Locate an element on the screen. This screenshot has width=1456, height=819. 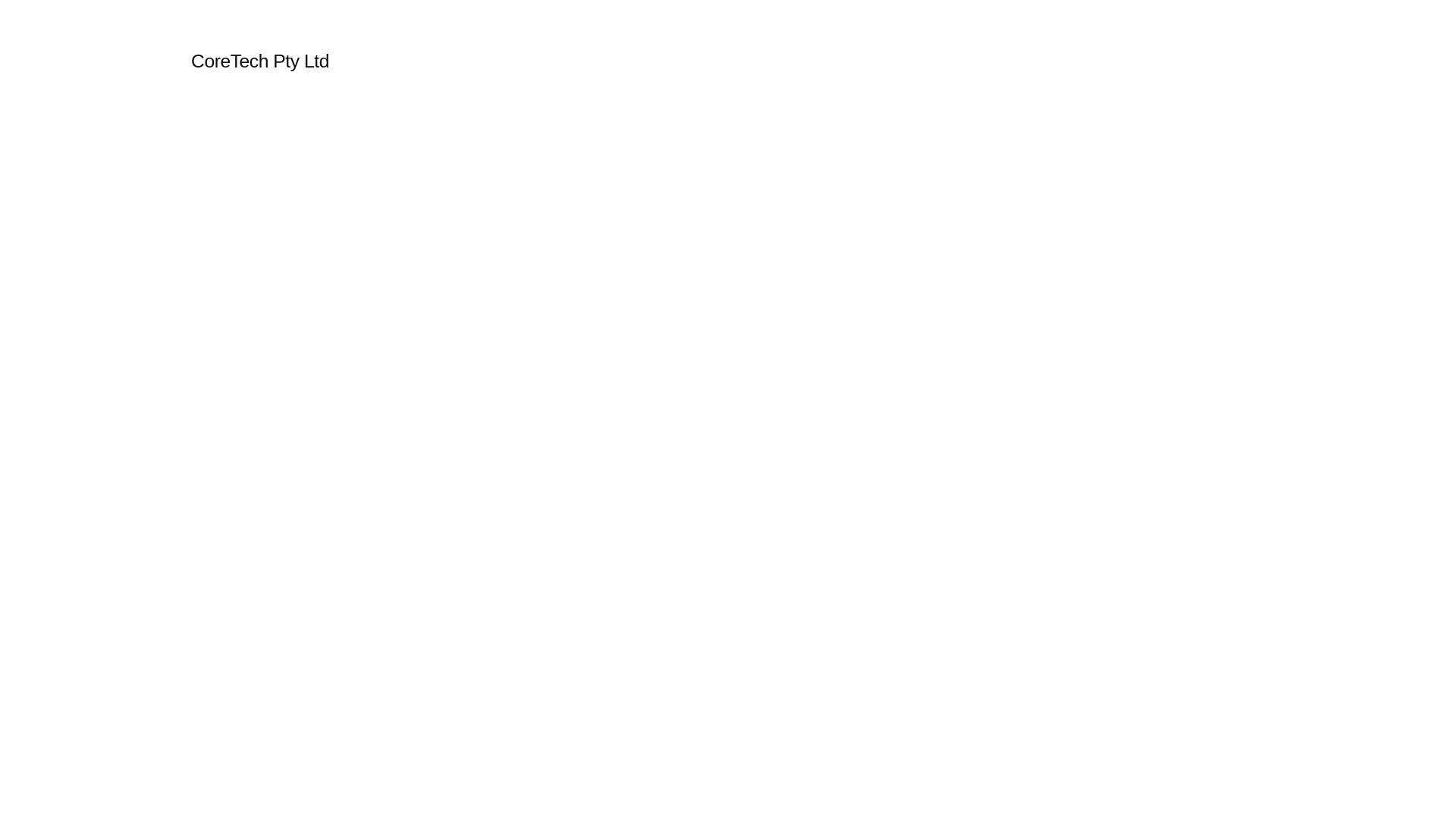
'CoreTech Pty Ltd' is located at coordinates (259, 60).